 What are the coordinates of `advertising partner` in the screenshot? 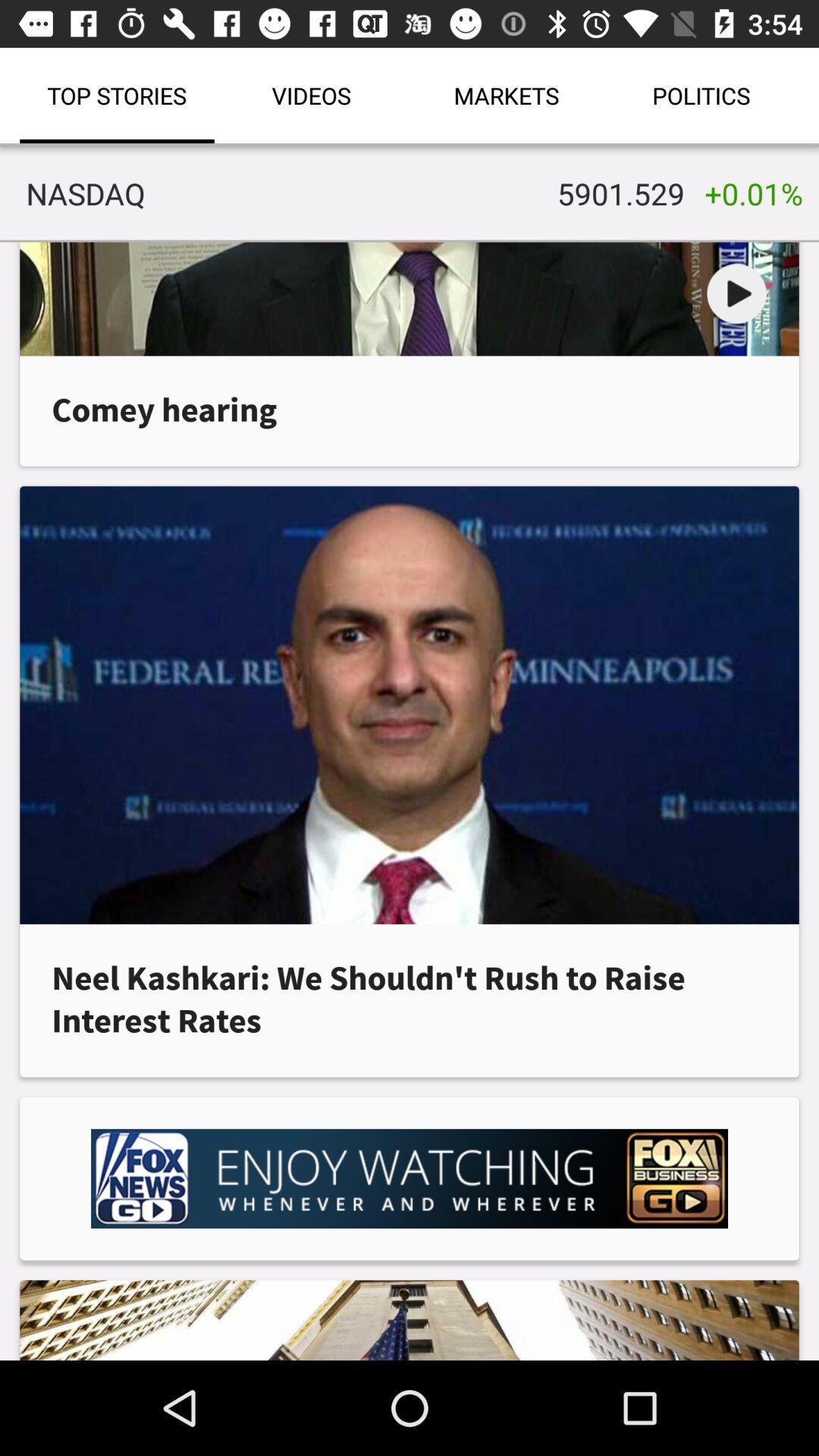 It's located at (409, 1178).